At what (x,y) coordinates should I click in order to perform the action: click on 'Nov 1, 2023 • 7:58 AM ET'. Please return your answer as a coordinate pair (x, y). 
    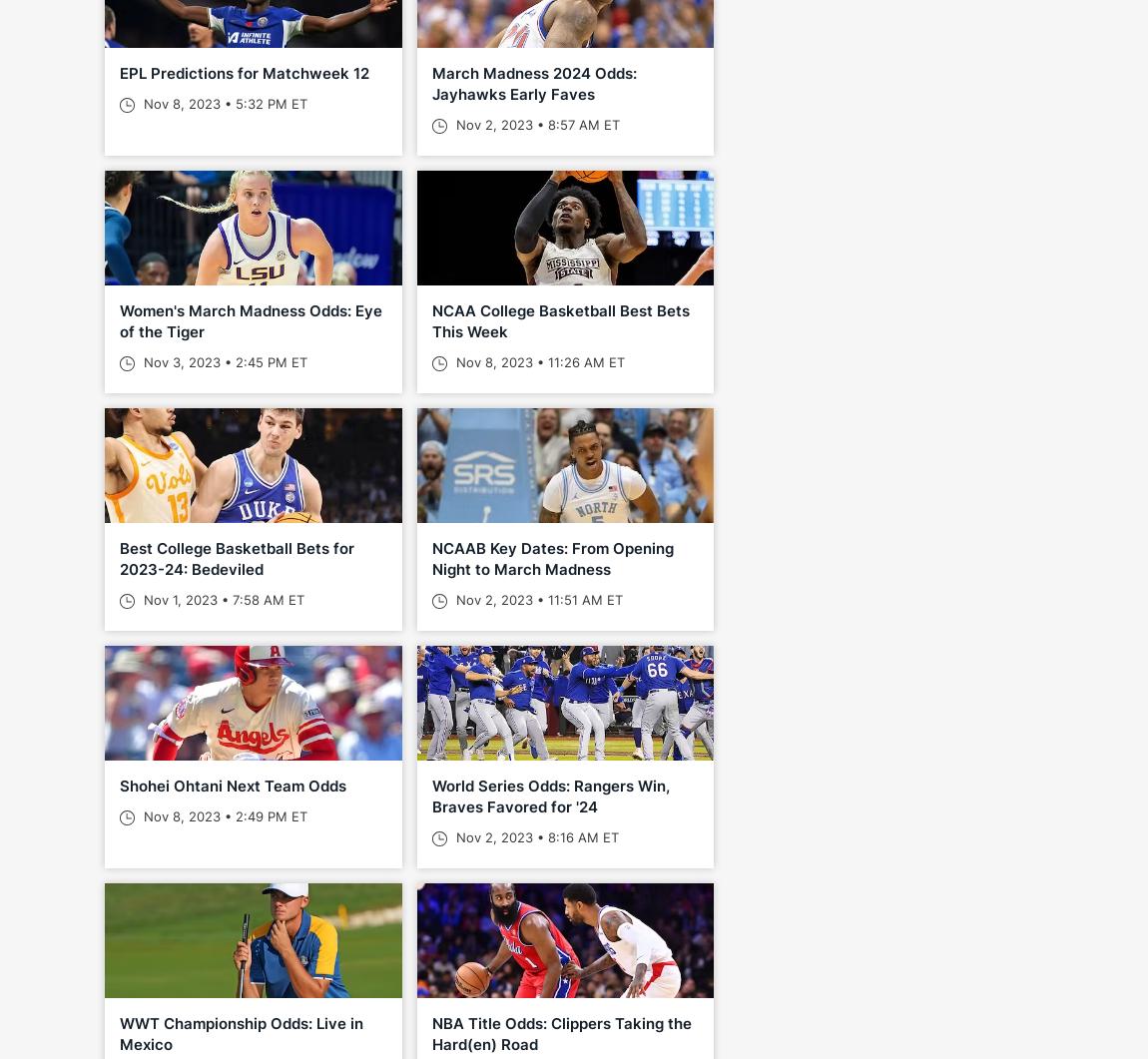
    Looking at the image, I should click on (221, 598).